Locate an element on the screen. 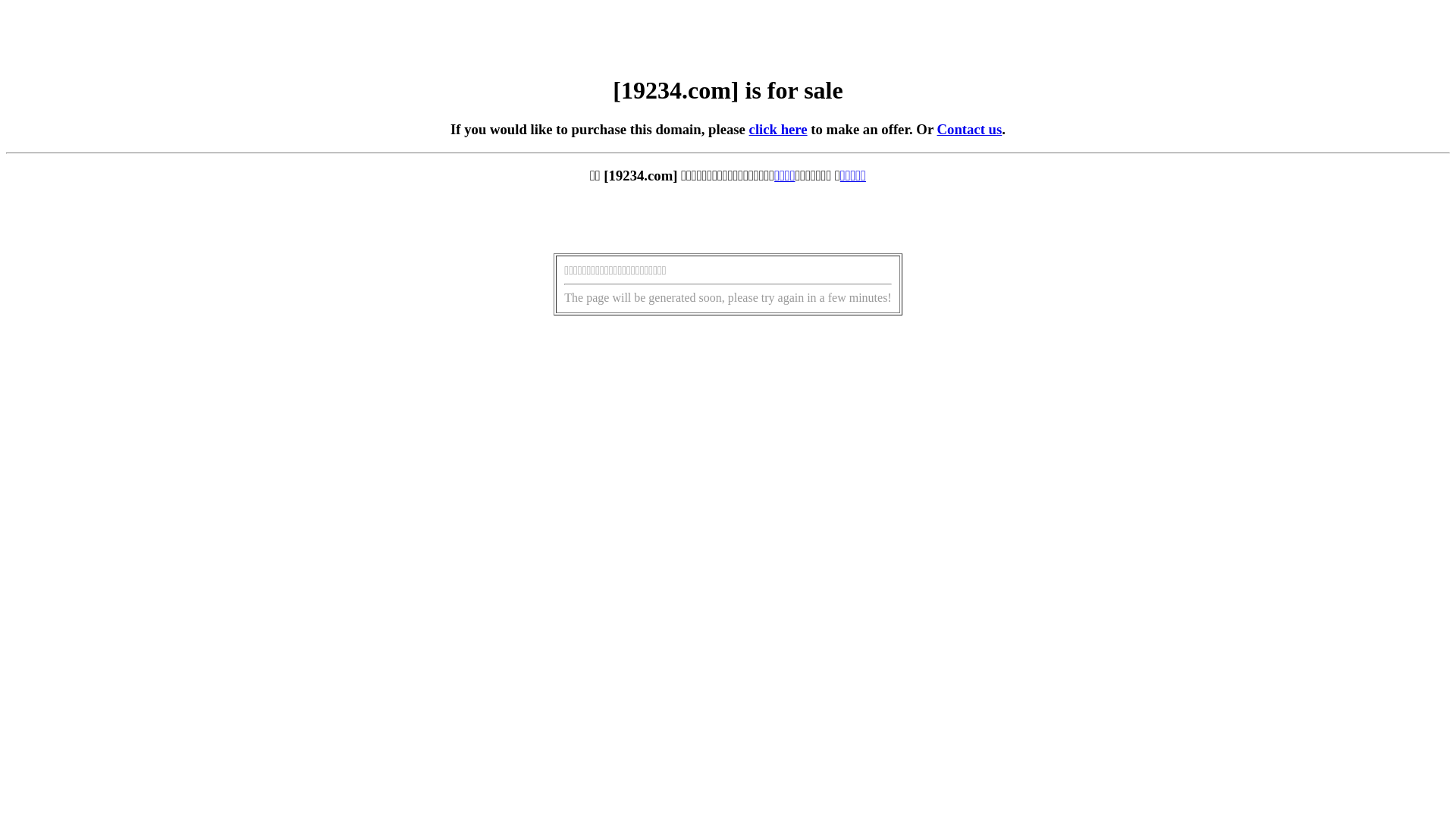  'click here' is located at coordinates (778, 128).